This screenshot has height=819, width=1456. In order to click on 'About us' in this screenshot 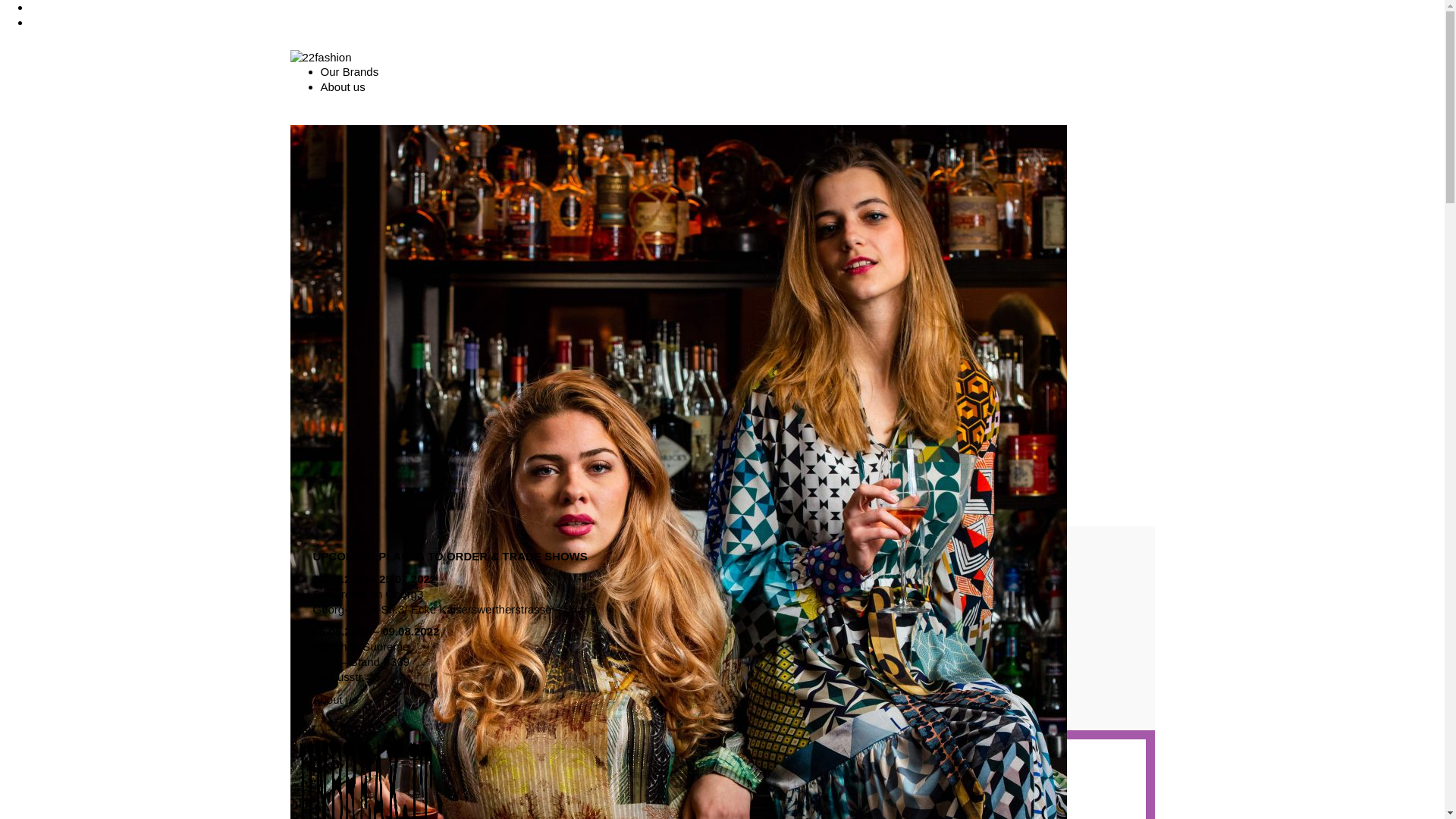, I will do `click(341, 86)`.